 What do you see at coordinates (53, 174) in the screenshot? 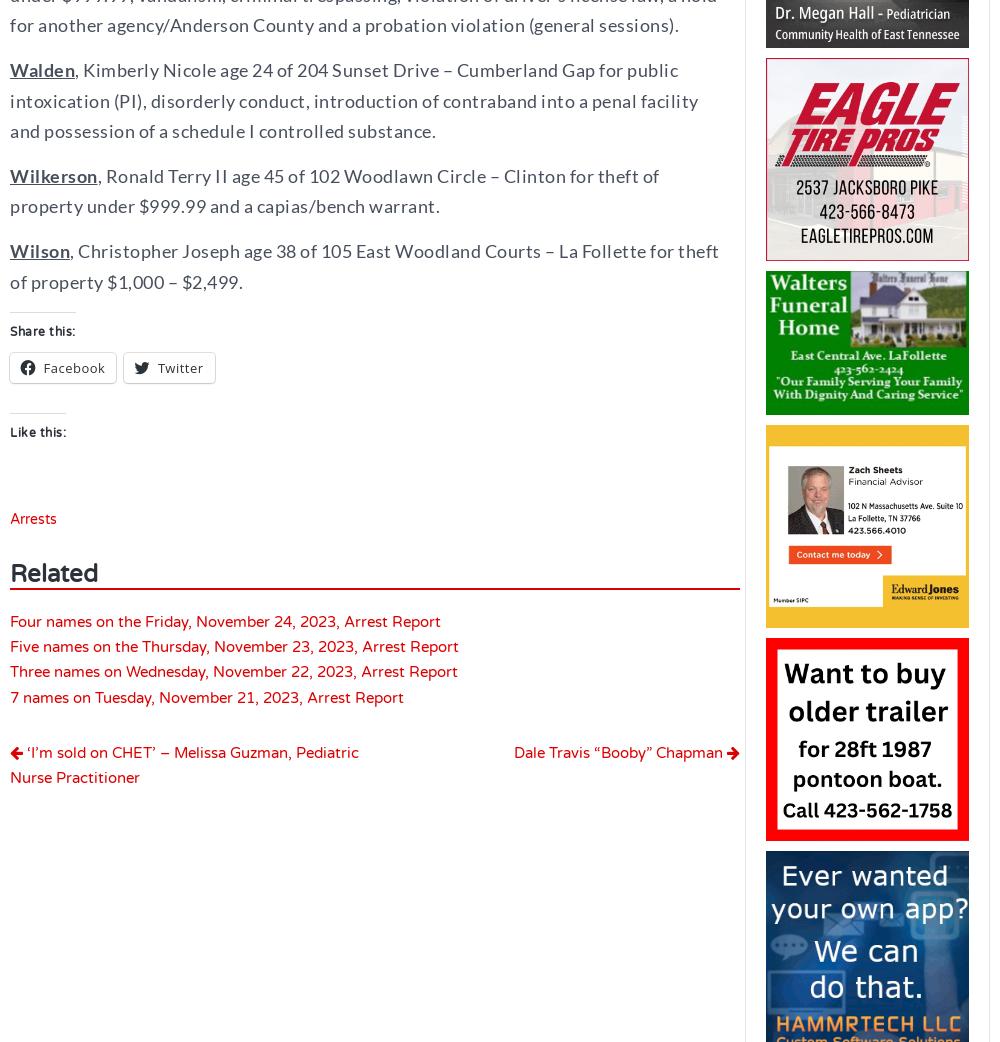
I see `'Wilkerson'` at bounding box center [53, 174].